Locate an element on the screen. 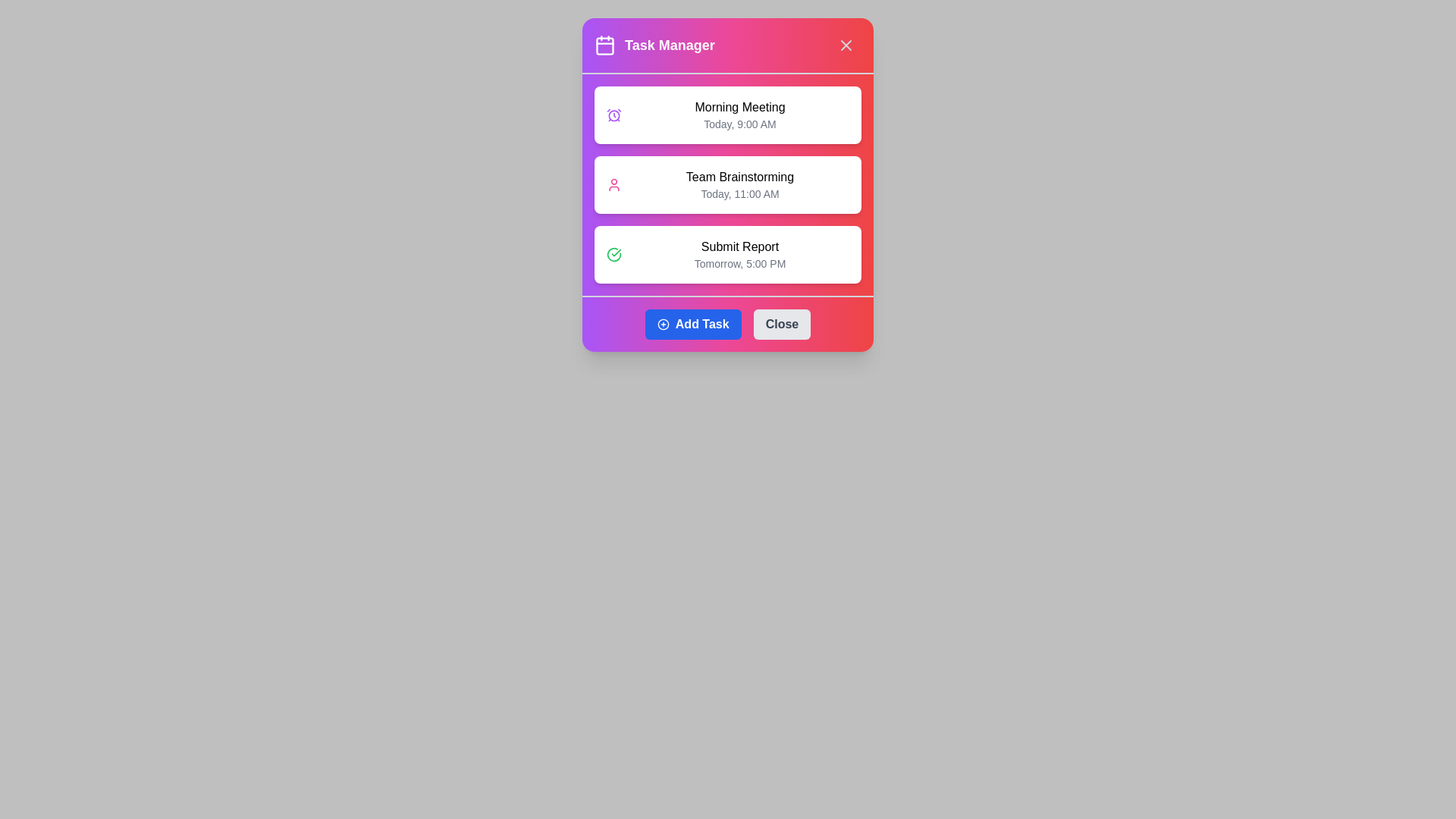  the circular green icon located at the bottom of the task list section, adjacent to the 'Submit Report' task label to interact with it is located at coordinates (614, 253).